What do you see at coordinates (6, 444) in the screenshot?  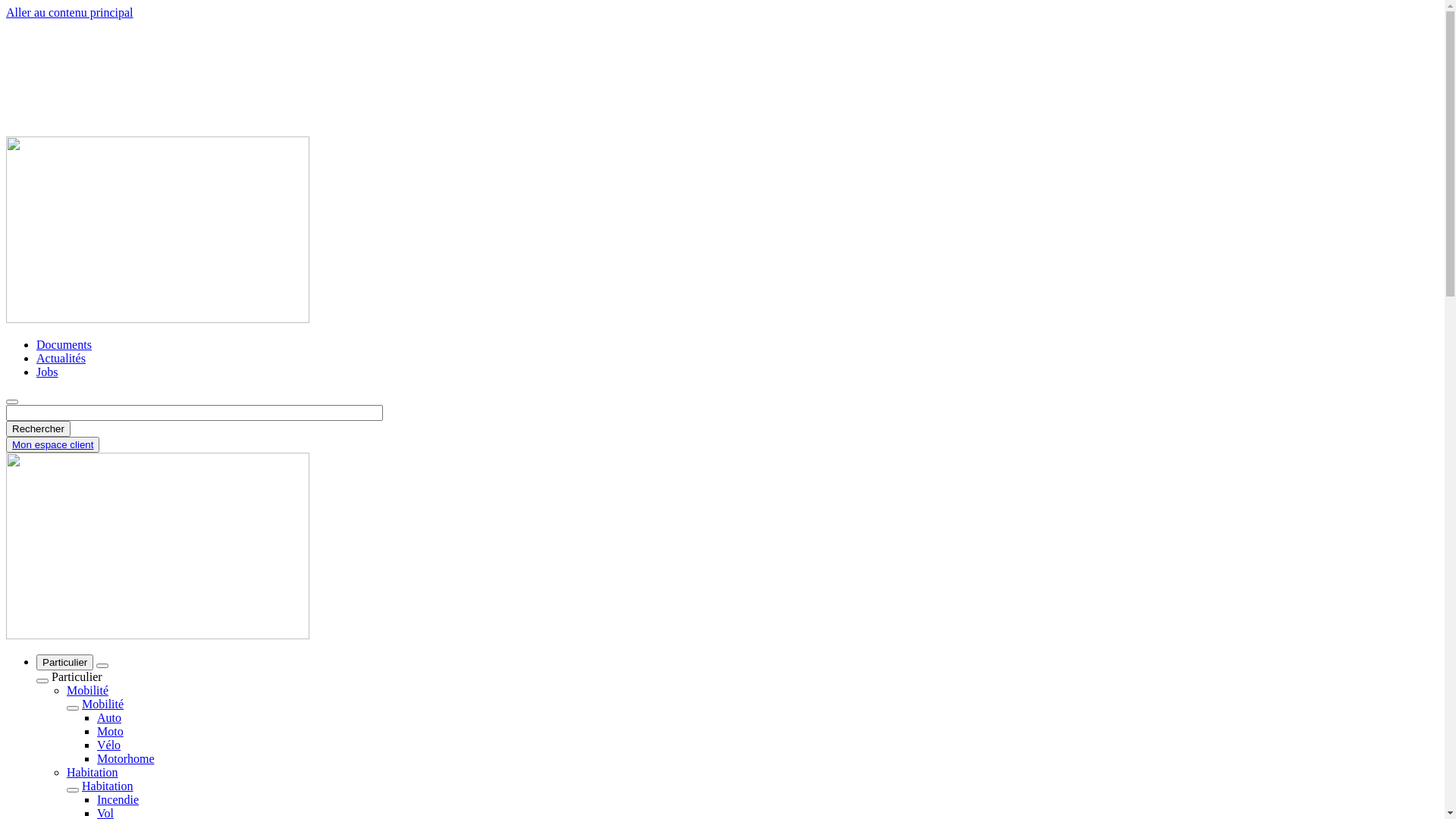 I see `'Mon espace client'` at bounding box center [6, 444].